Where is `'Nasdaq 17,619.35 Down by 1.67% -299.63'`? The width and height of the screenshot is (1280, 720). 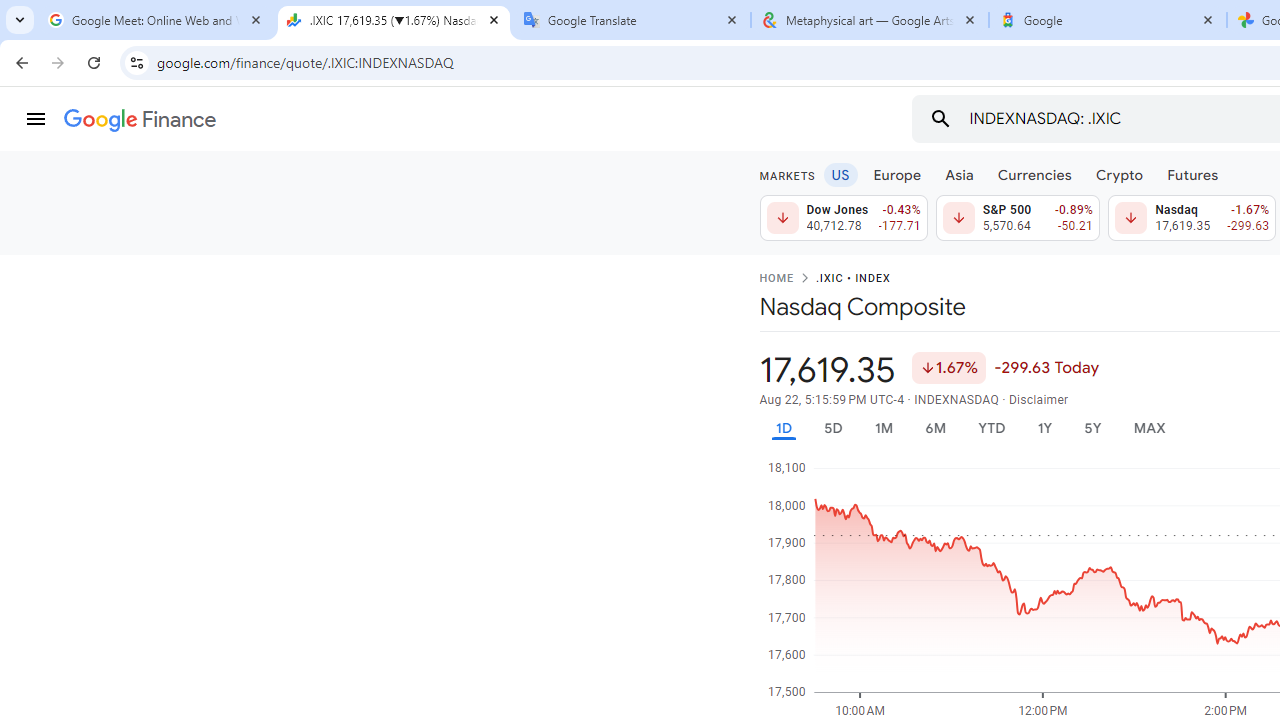 'Nasdaq 17,619.35 Down by 1.67% -299.63' is located at coordinates (1192, 218).